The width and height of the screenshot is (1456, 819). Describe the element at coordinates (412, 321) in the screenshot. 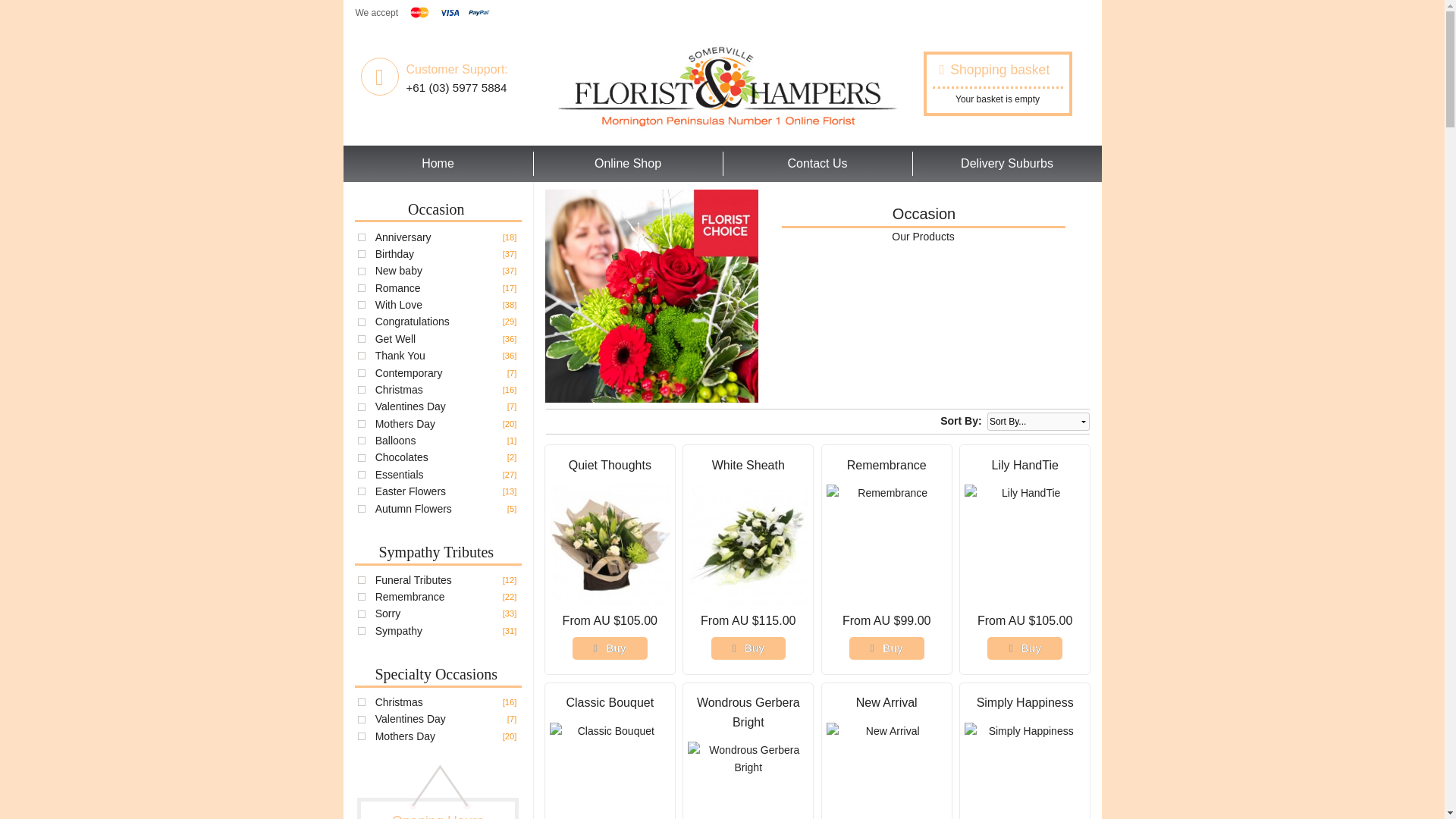

I see `'Congratulations` at that location.